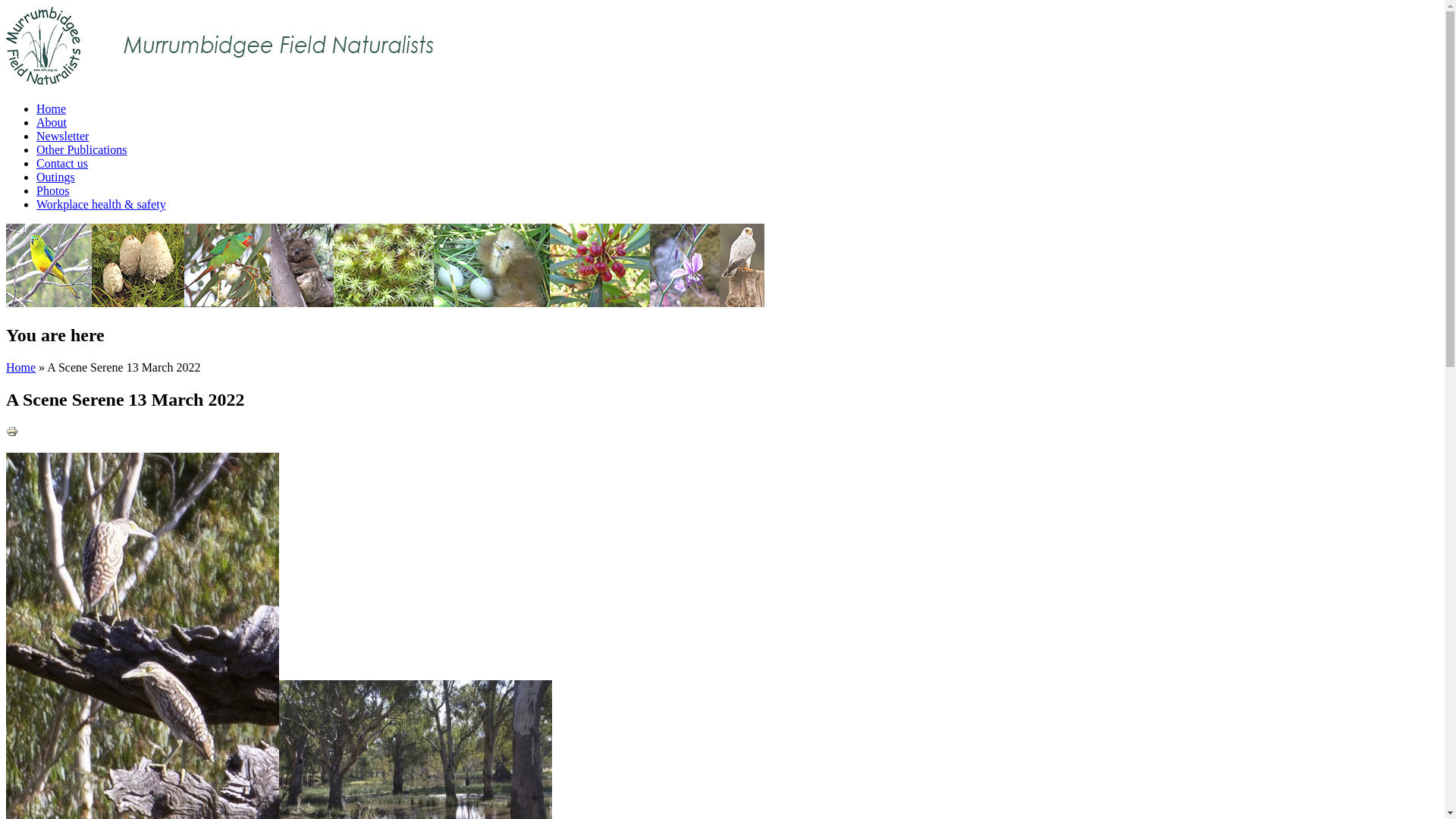  I want to click on 'Home', so click(20, 367).